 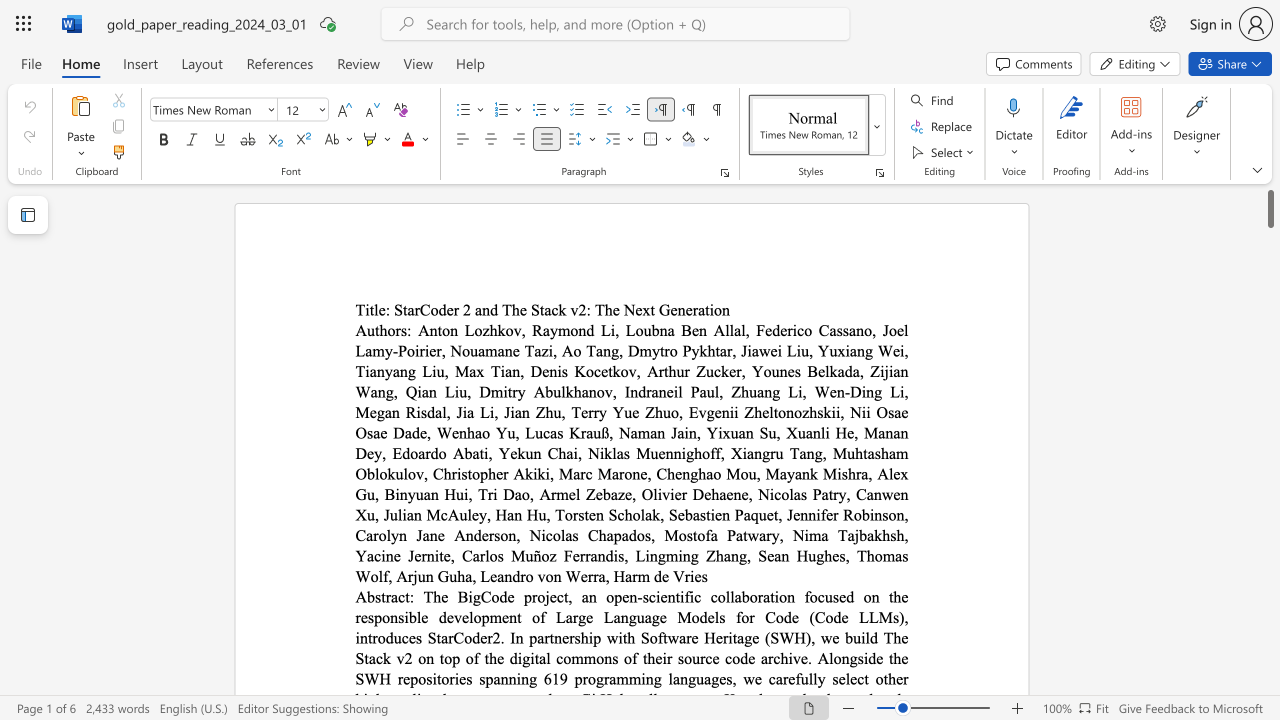 I want to click on the scrollbar on the right to shift the page lower, so click(x=1269, y=518).